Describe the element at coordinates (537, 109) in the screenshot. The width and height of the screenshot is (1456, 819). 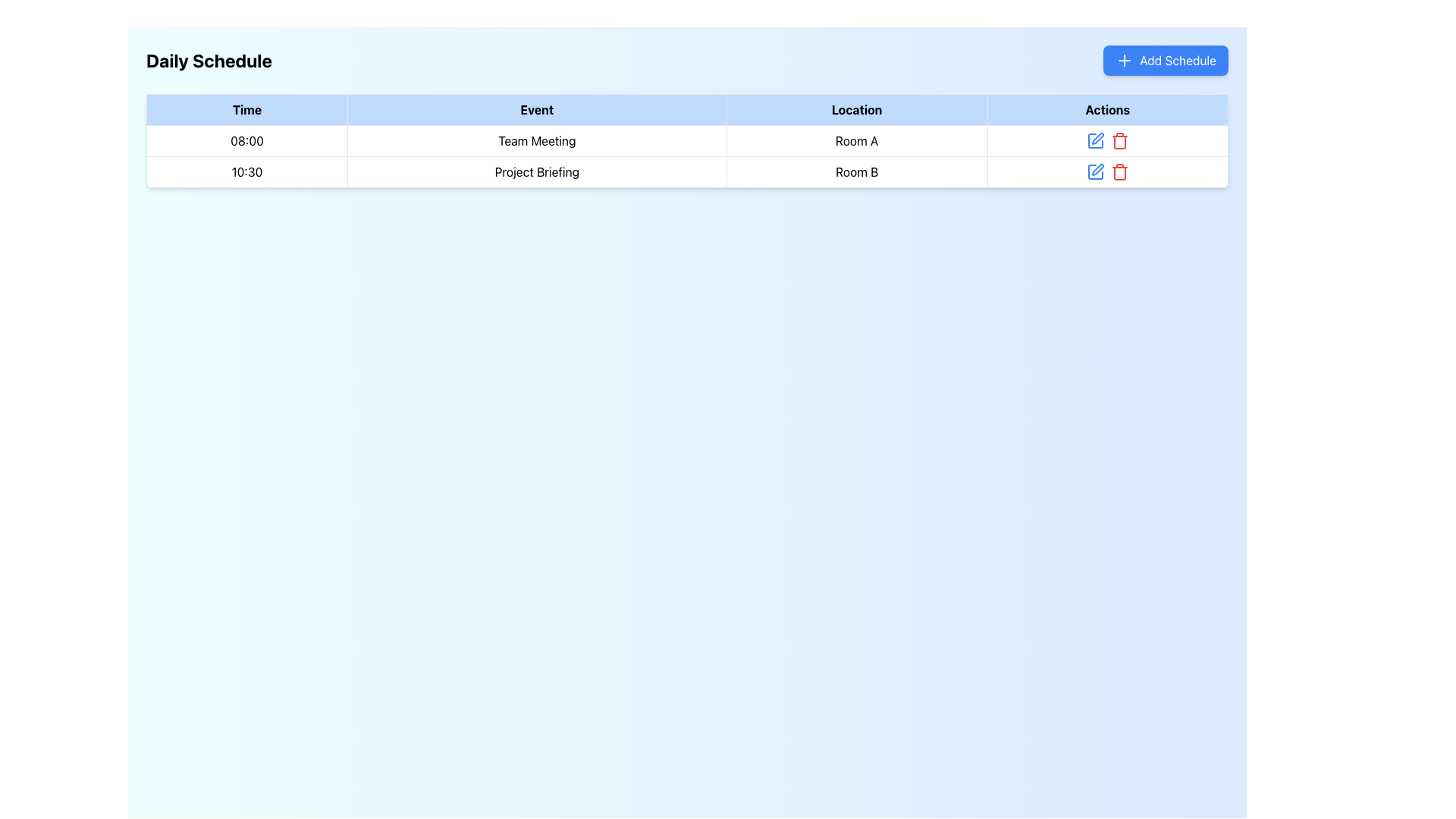
I see `the Table Header Cell designated for 'Events', which is the second column header in the data table` at that location.